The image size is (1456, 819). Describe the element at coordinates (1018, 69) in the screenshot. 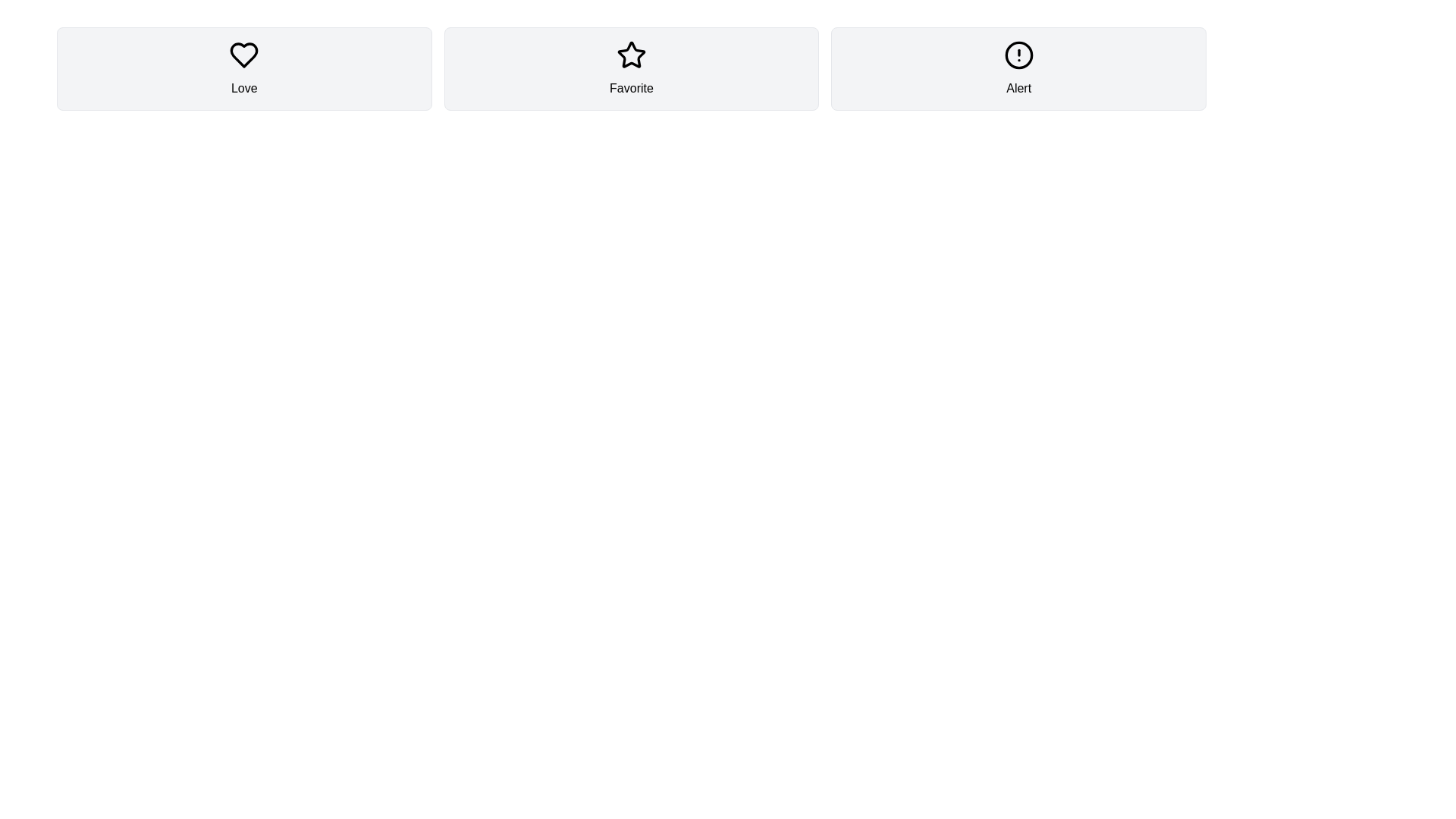

I see `the card with an alert icon and the label 'Alert', which is the third card in a row of three cards, located to the right of the 'Favorite' card` at that location.